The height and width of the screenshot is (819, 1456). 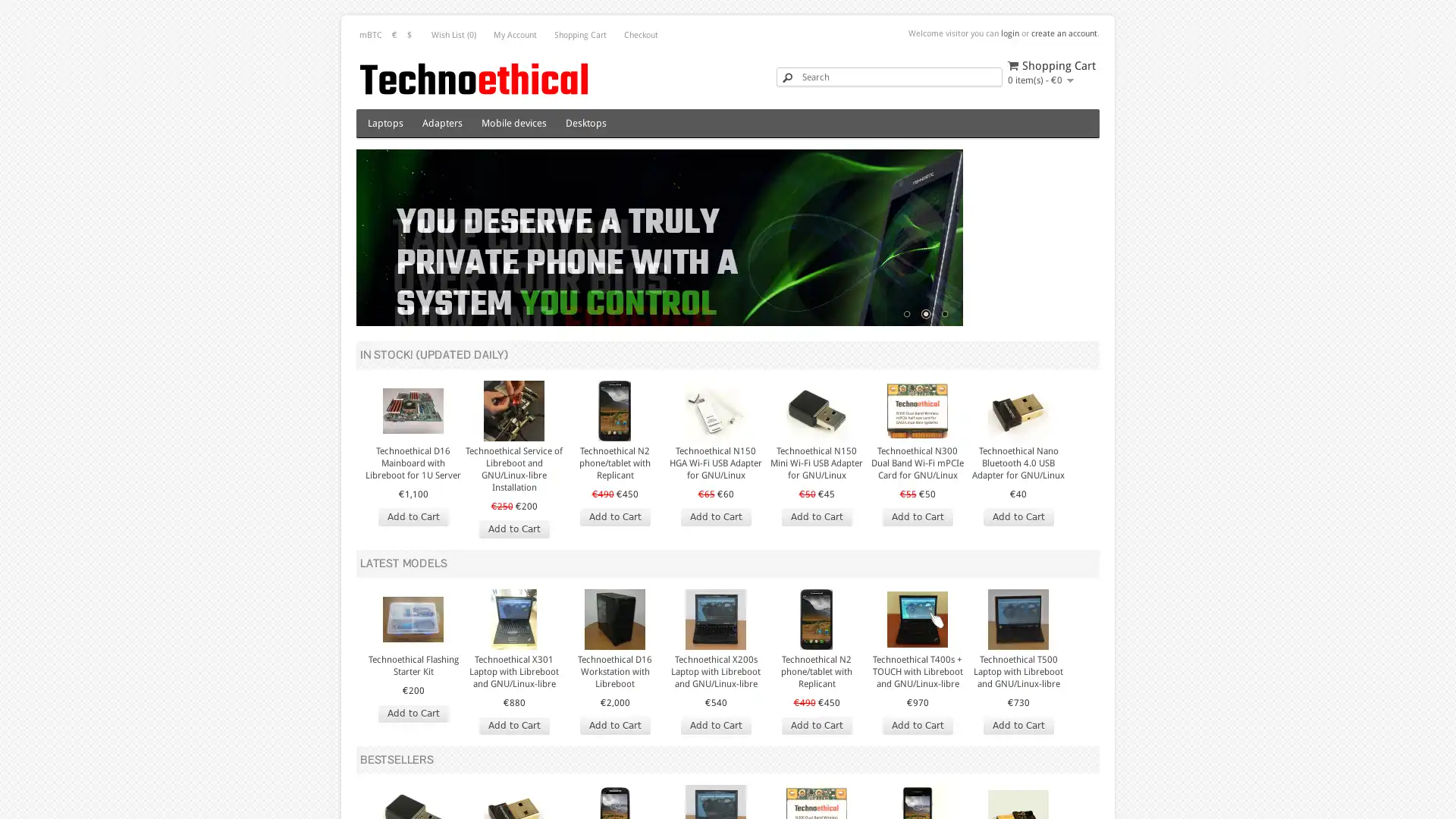 I want to click on Add to Cart, so click(x=815, y=775).